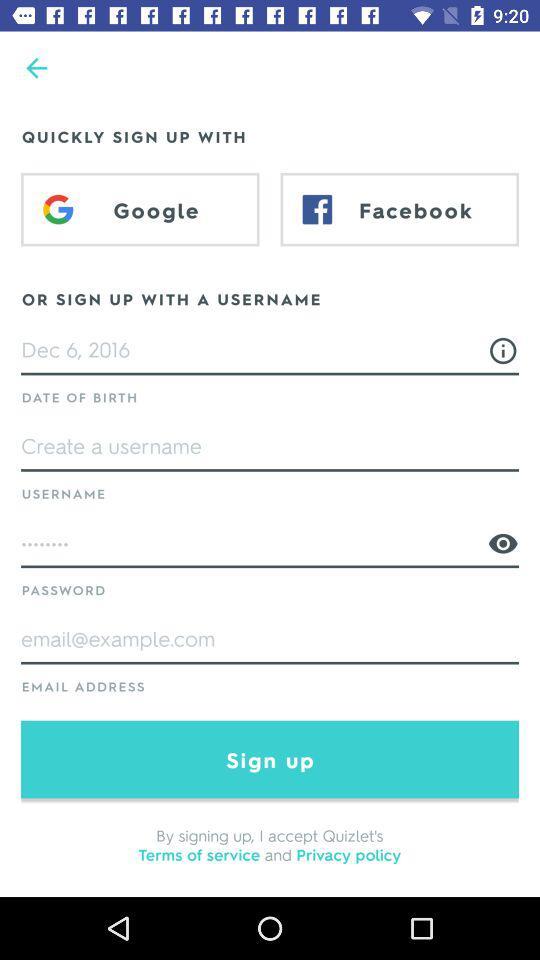 Image resolution: width=540 pixels, height=960 pixels. Describe the element at coordinates (399, 209) in the screenshot. I see `facebook` at that location.